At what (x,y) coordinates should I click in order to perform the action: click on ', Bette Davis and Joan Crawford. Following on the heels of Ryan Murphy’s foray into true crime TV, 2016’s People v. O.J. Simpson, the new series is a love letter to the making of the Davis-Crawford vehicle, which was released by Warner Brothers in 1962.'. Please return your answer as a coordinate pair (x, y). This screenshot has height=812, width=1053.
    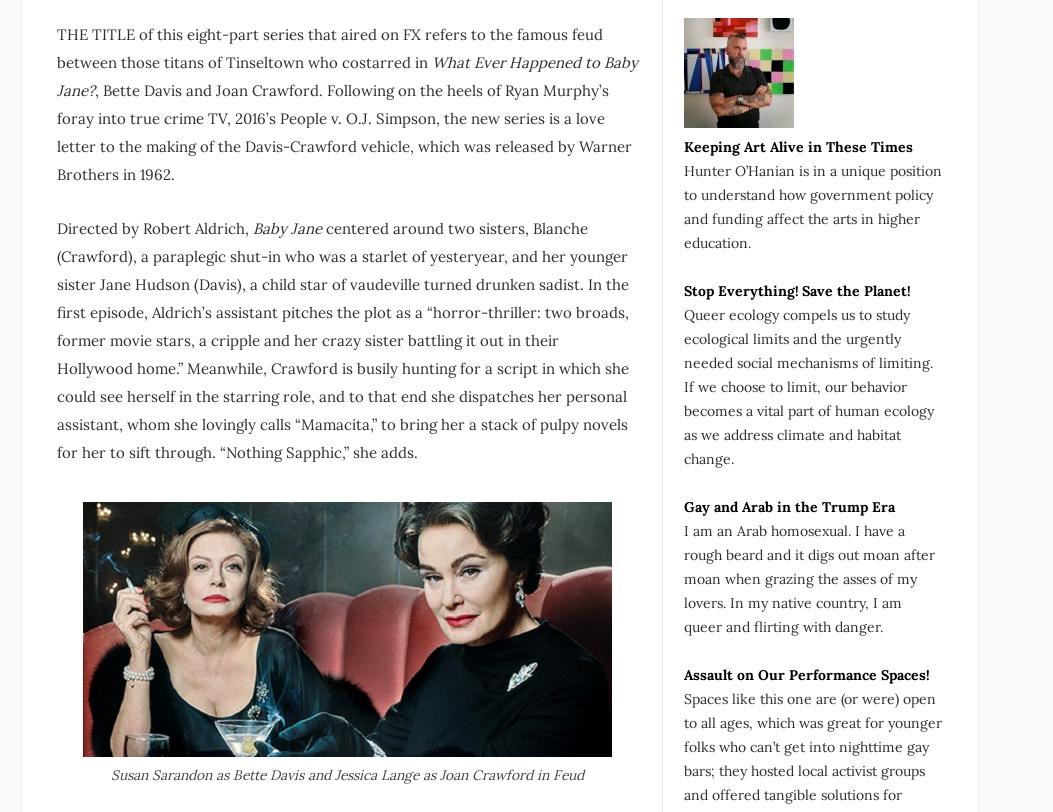
    Looking at the image, I should click on (343, 132).